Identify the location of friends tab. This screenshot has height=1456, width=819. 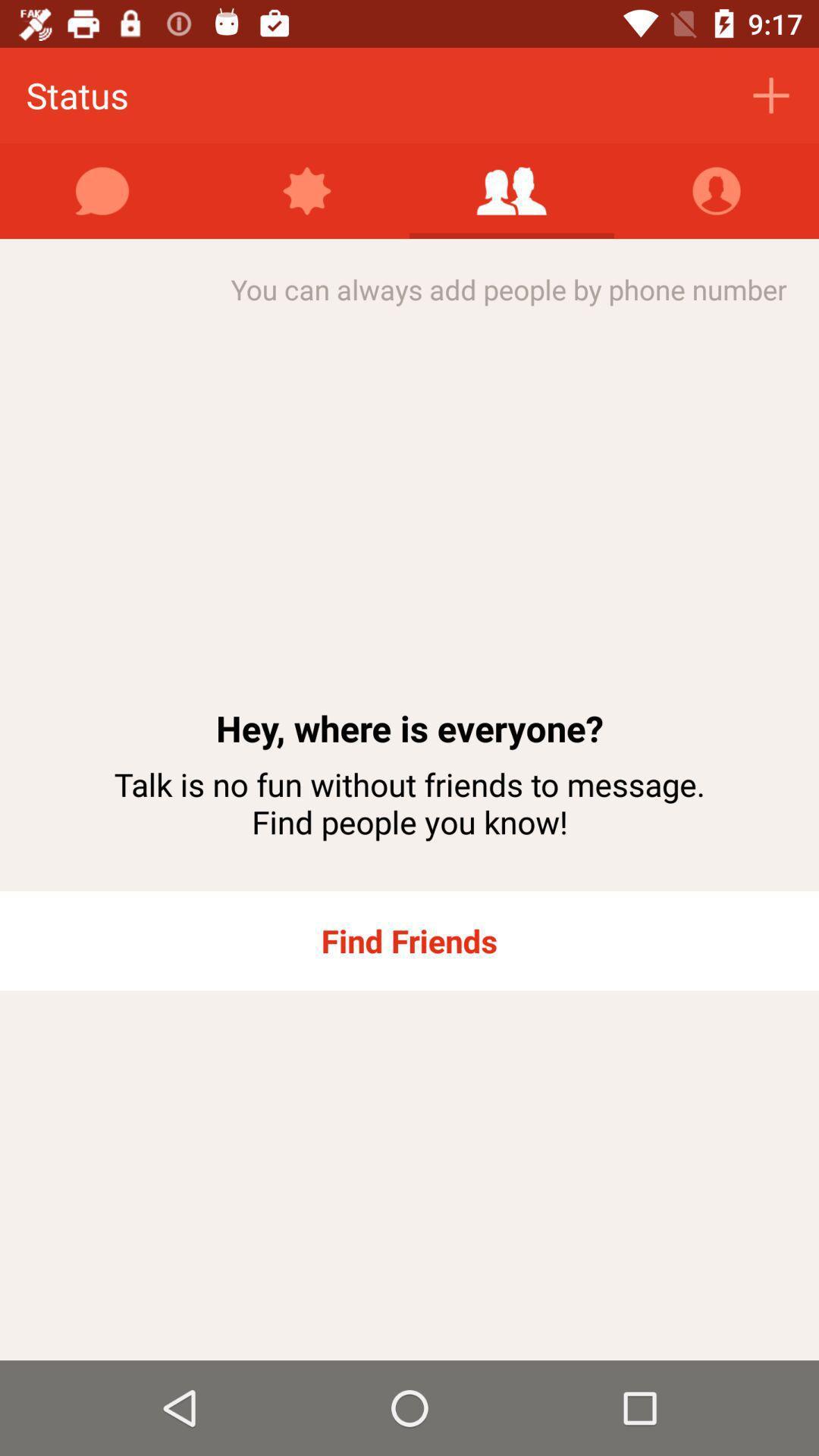
(512, 190).